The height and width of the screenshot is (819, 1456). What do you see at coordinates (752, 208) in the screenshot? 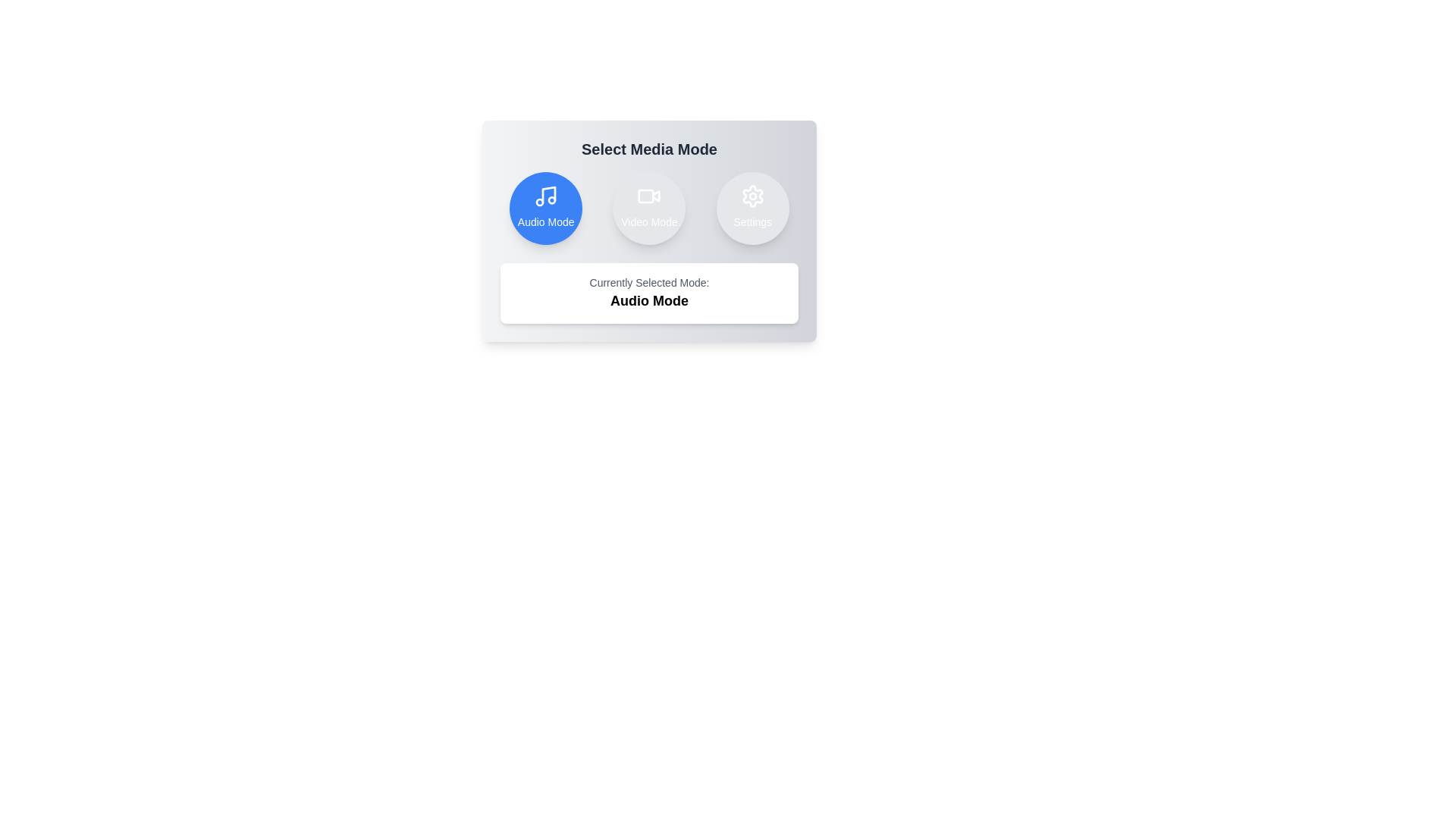
I see `the Settings mode by clicking the respective button` at bounding box center [752, 208].